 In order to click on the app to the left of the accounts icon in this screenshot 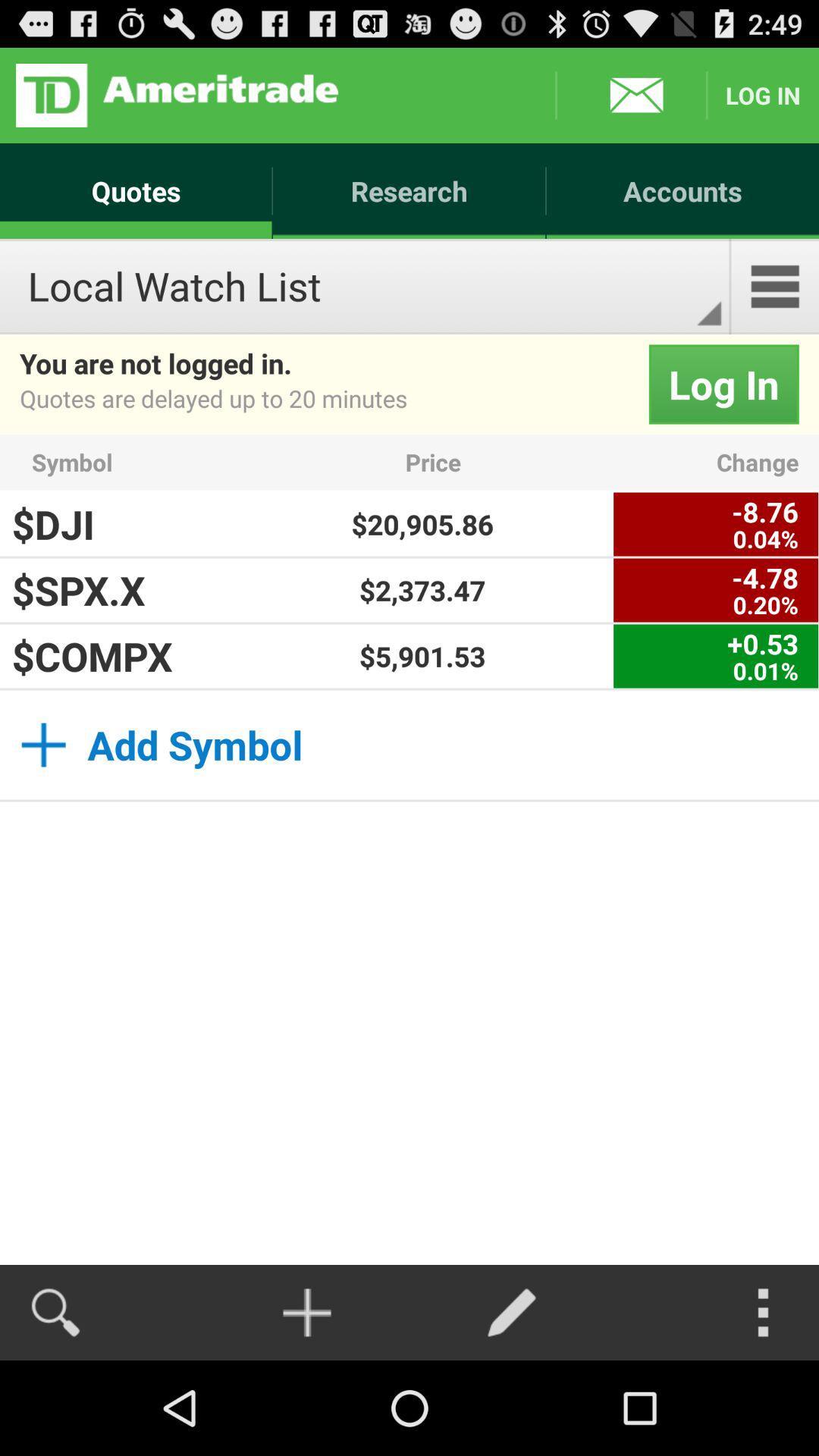, I will do `click(176, 94)`.